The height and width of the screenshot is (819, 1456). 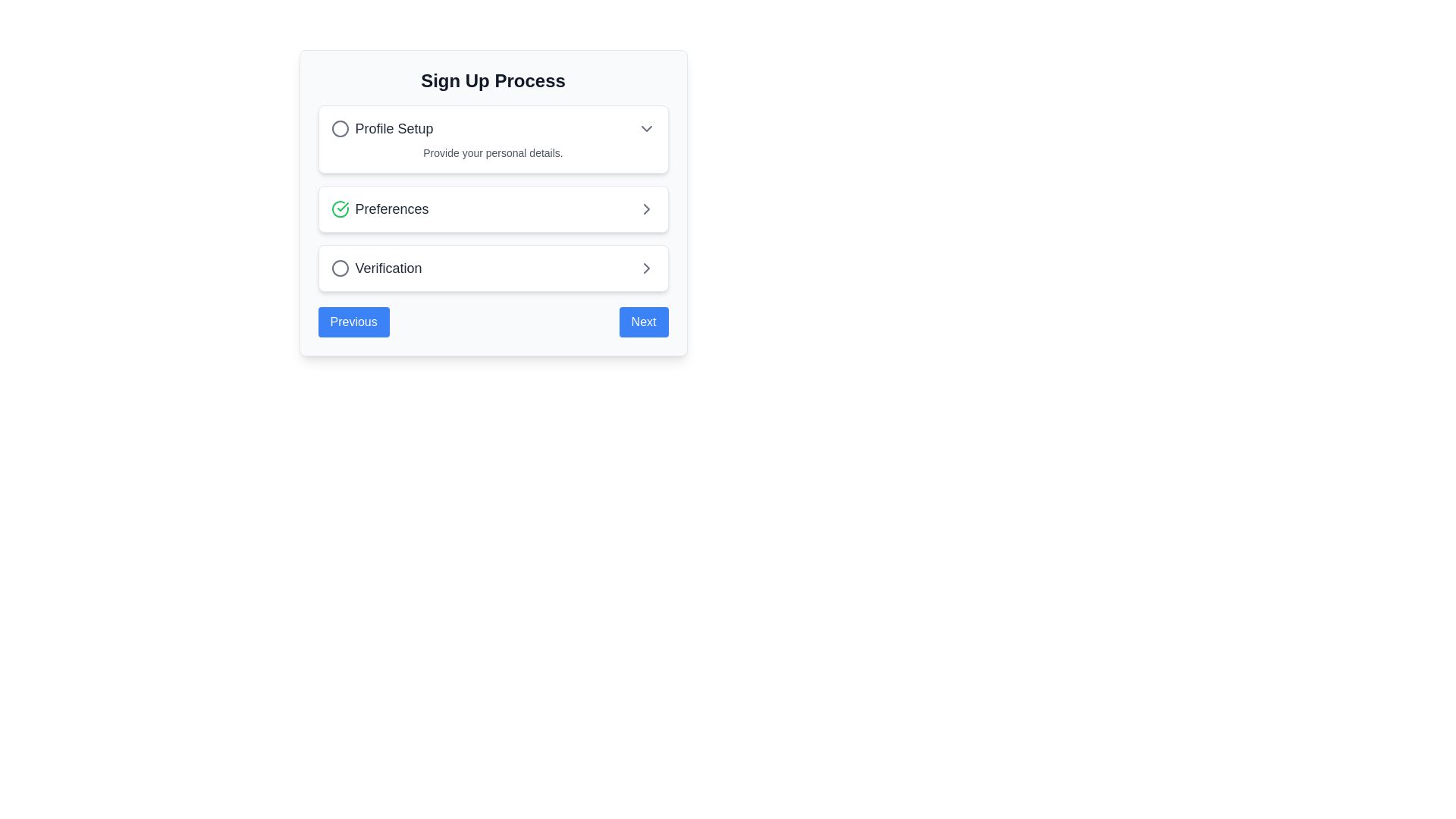 I want to click on the topmost expandable list item in the card, which is centrally aligned and located above 'Preferences' and 'Verification', so click(x=493, y=127).